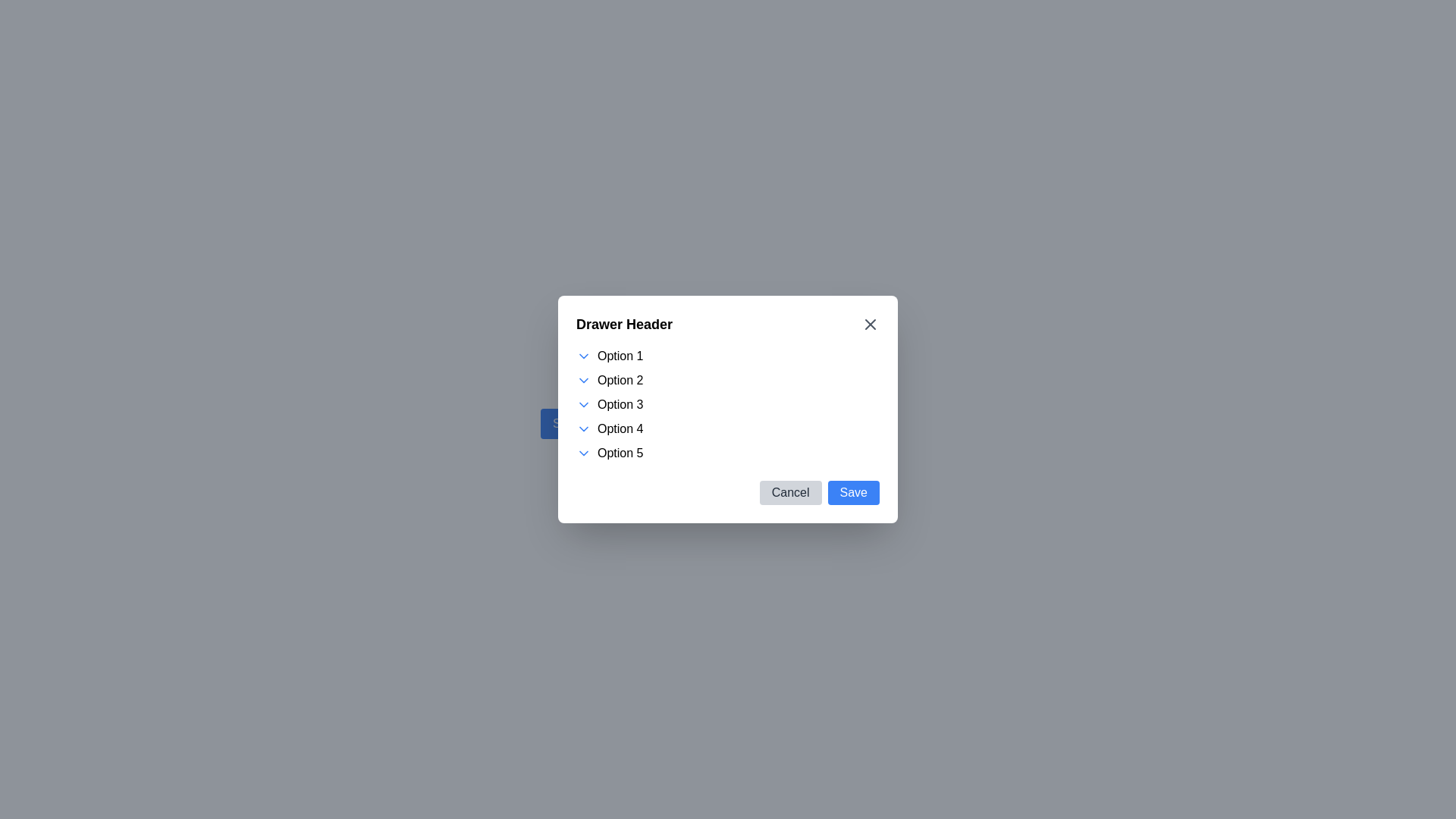 The image size is (1456, 819). Describe the element at coordinates (582, 429) in the screenshot. I see `the collapsible state indicator icon located inside the 'Drawer Header' dialog box, adjacent to 'Option 4'` at that location.